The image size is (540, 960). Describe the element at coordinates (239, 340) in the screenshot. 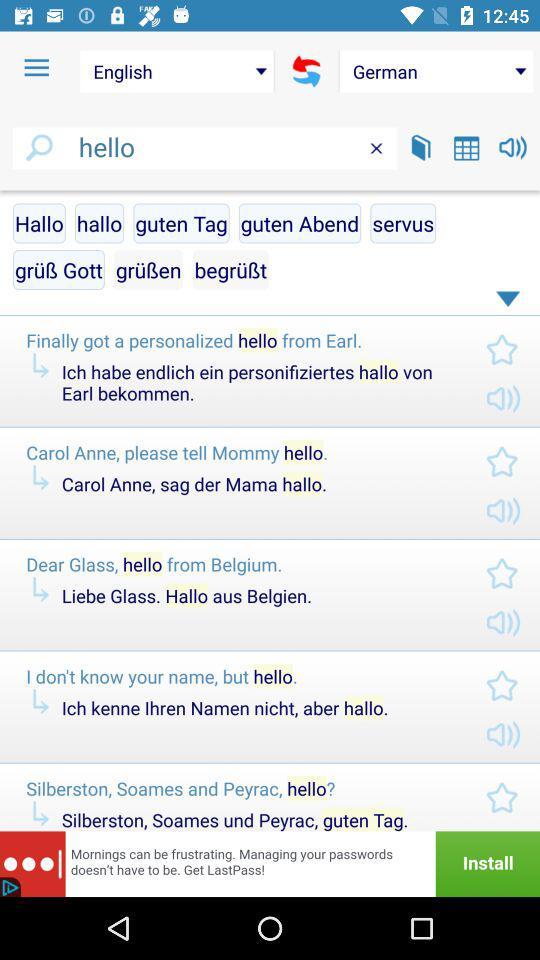

I see `finally got a` at that location.